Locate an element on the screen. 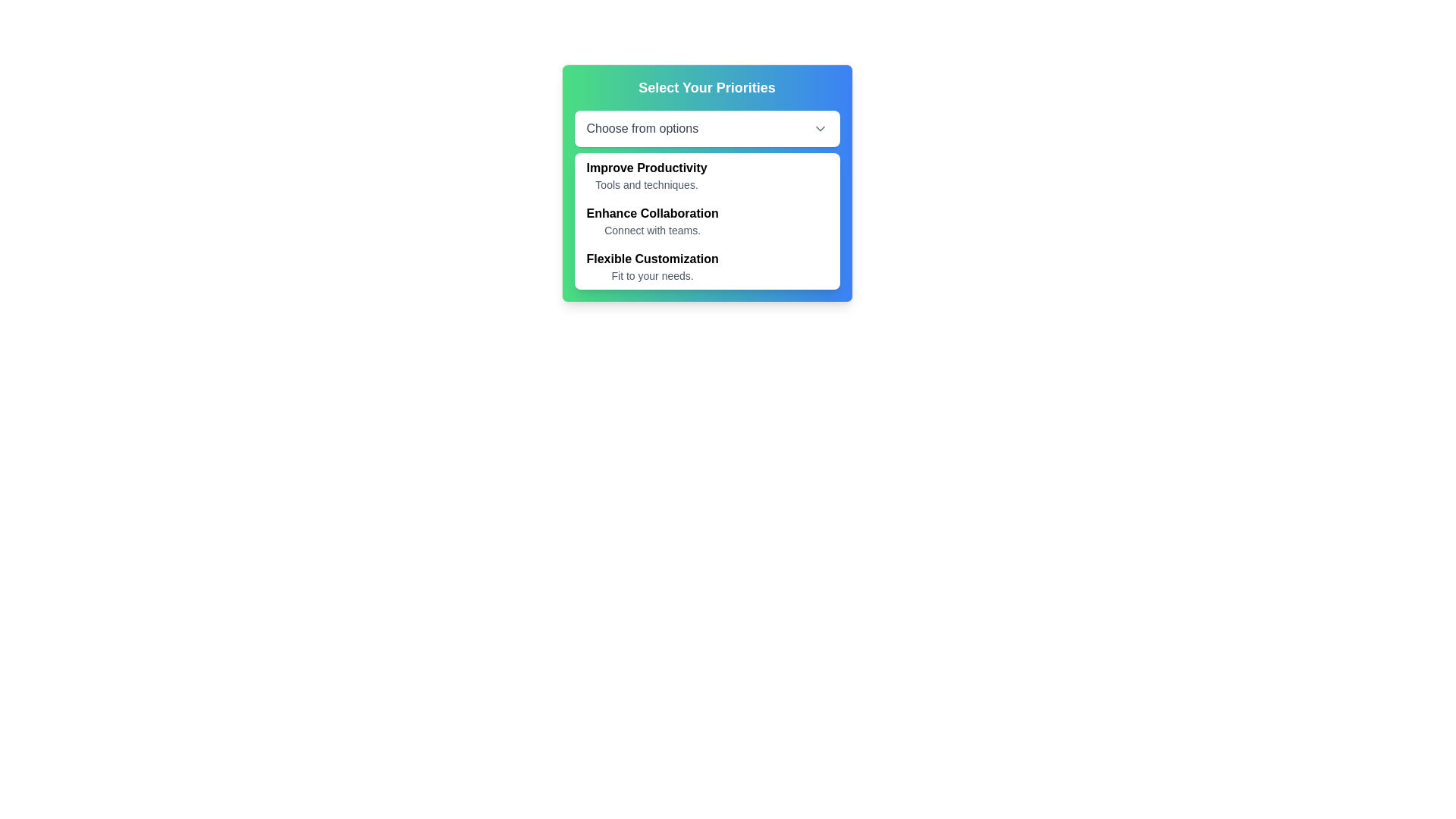 The height and width of the screenshot is (819, 1456). the 'Improve Productivity' option in the dropdown menu, which is the first selectable item beneath 'Select Your Priorities' is located at coordinates (647, 174).